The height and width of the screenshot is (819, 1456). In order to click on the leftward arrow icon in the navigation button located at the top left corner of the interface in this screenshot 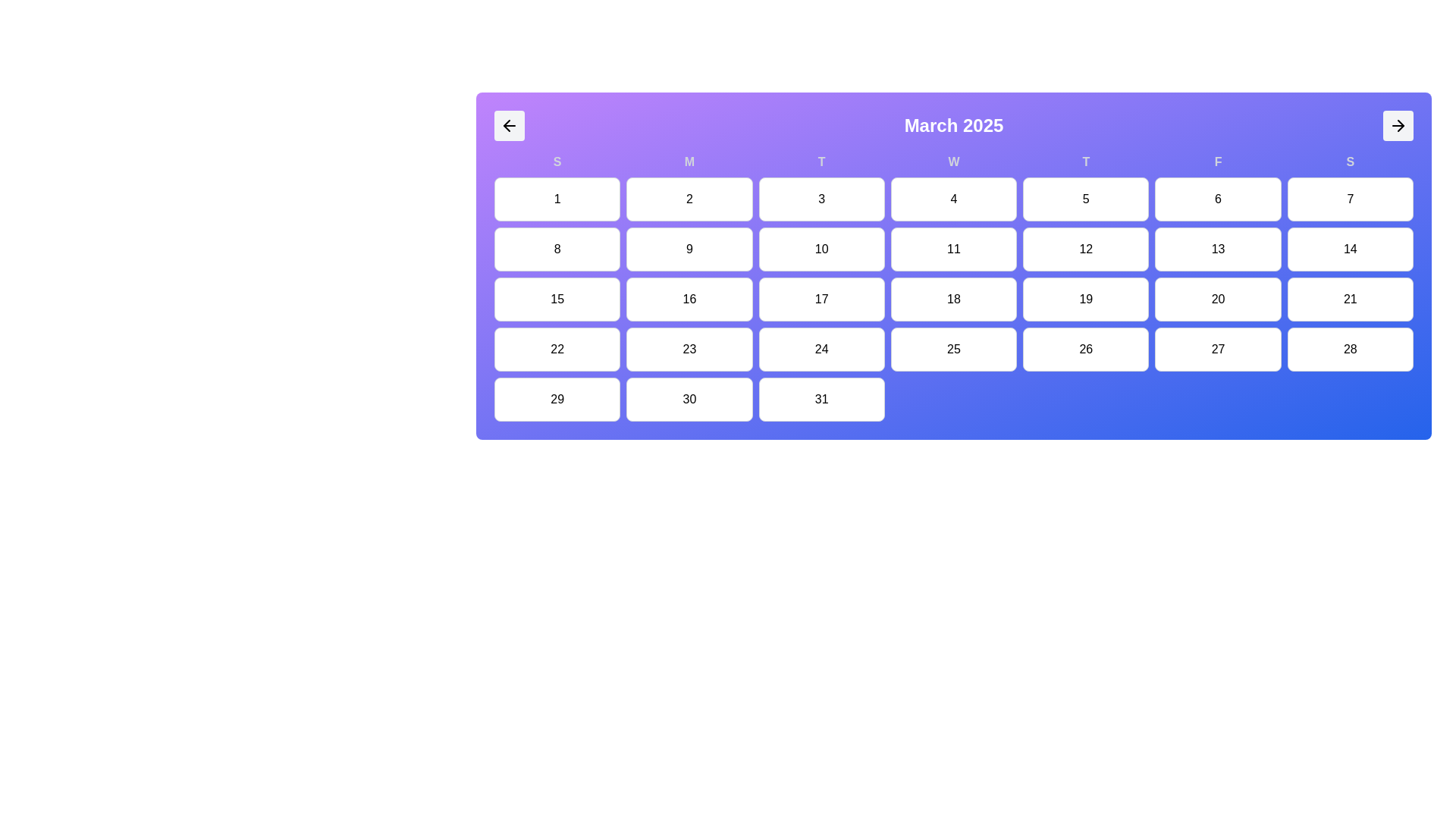, I will do `click(507, 124)`.